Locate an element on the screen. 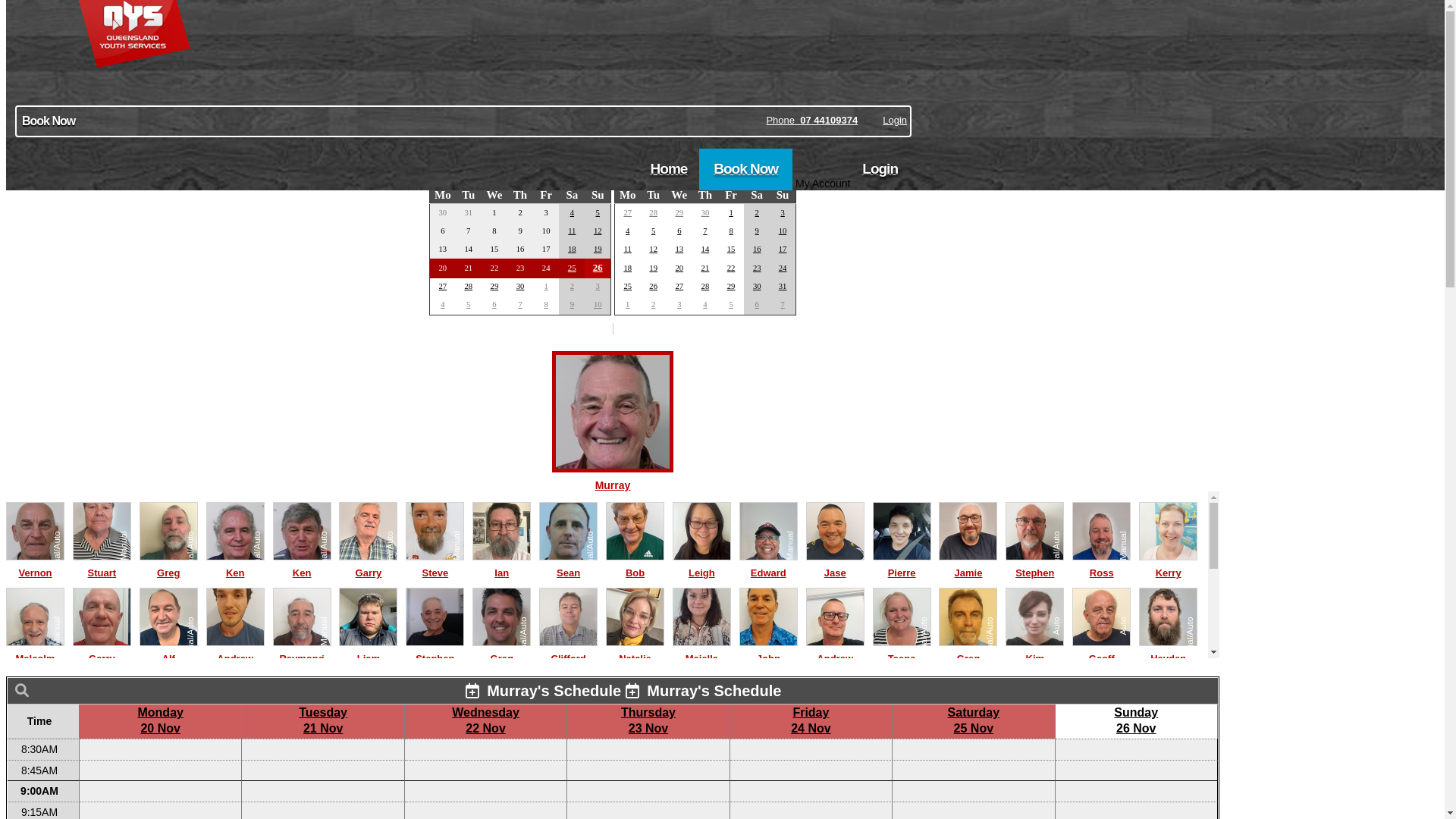  '3' is located at coordinates (678, 304).